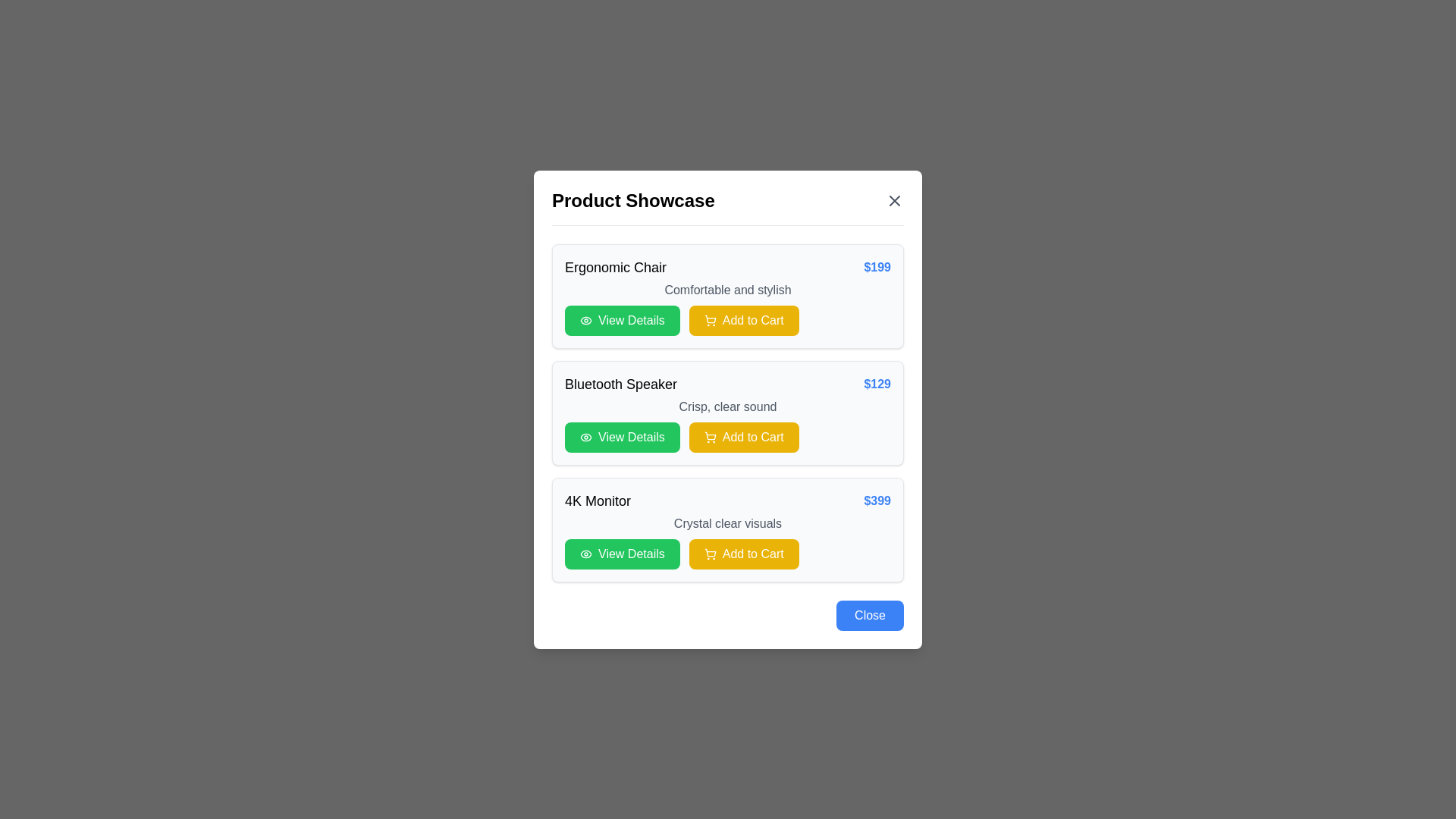 This screenshot has height=819, width=1456. What do you see at coordinates (744, 437) in the screenshot?
I see `the second interactive button for adding the Bluetooth Speaker to the cart, located to the right of the green 'View Details' button` at bounding box center [744, 437].